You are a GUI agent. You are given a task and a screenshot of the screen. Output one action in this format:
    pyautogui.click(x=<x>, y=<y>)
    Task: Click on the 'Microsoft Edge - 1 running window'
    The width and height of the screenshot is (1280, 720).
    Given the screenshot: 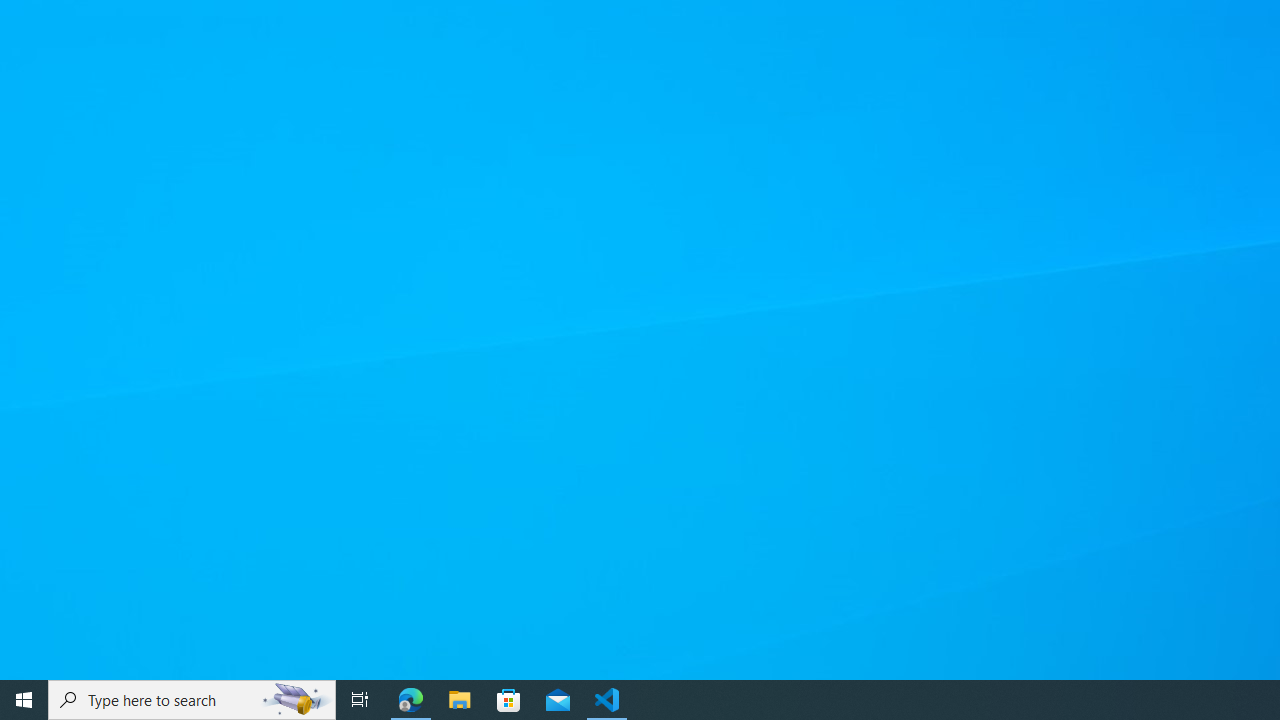 What is the action you would take?
    pyautogui.click(x=410, y=698)
    